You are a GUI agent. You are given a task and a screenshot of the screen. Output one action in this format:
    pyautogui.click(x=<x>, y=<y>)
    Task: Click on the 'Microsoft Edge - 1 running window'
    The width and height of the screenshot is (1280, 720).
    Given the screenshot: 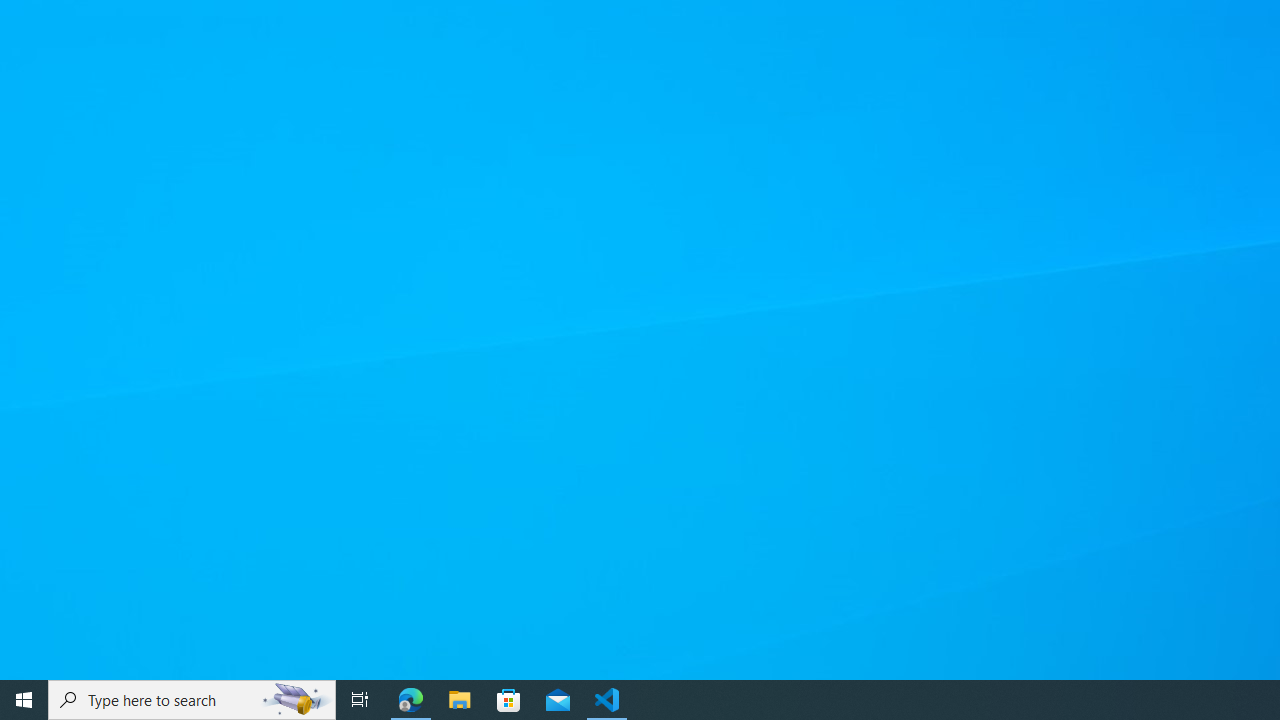 What is the action you would take?
    pyautogui.click(x=410, y=698)
    